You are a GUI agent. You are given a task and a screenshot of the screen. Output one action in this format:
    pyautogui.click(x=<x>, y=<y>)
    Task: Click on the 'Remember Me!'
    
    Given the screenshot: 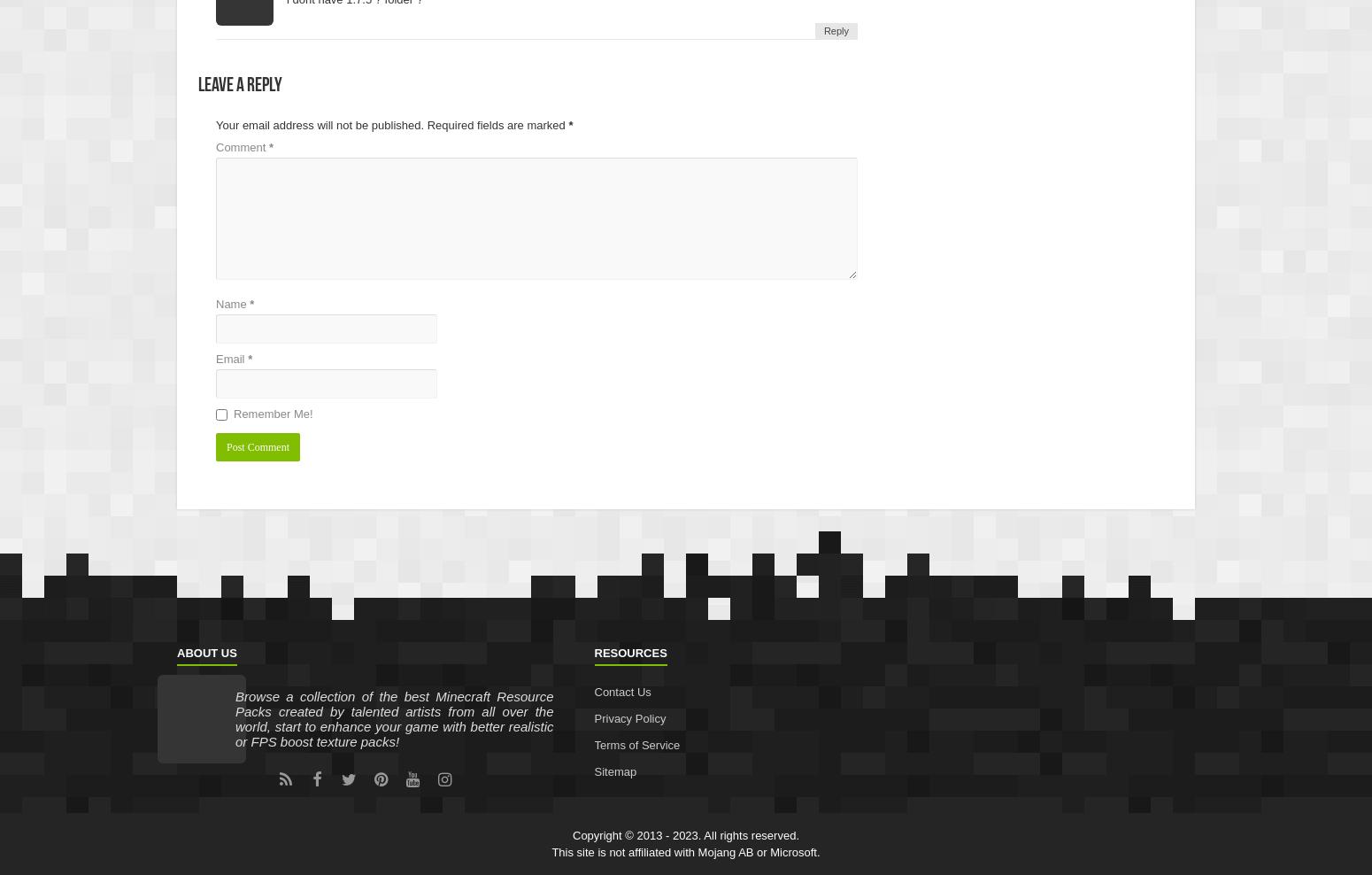 What is the action you would take?
    pyautogui.click(x=273, y=413)
    